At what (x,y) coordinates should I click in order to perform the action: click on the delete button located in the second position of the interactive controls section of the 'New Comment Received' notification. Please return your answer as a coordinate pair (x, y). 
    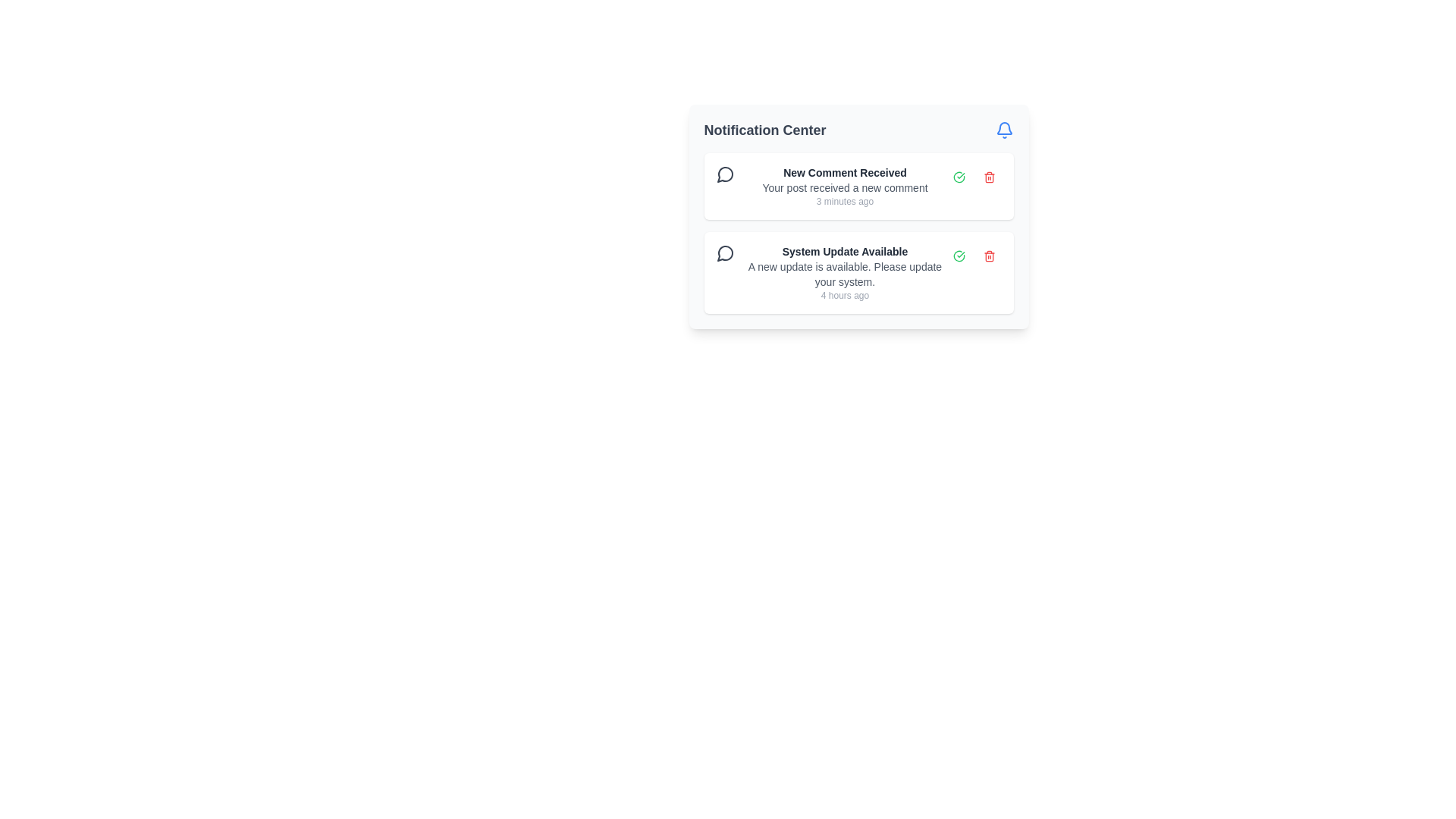
    Looking at the image, I should click on (989, 177).